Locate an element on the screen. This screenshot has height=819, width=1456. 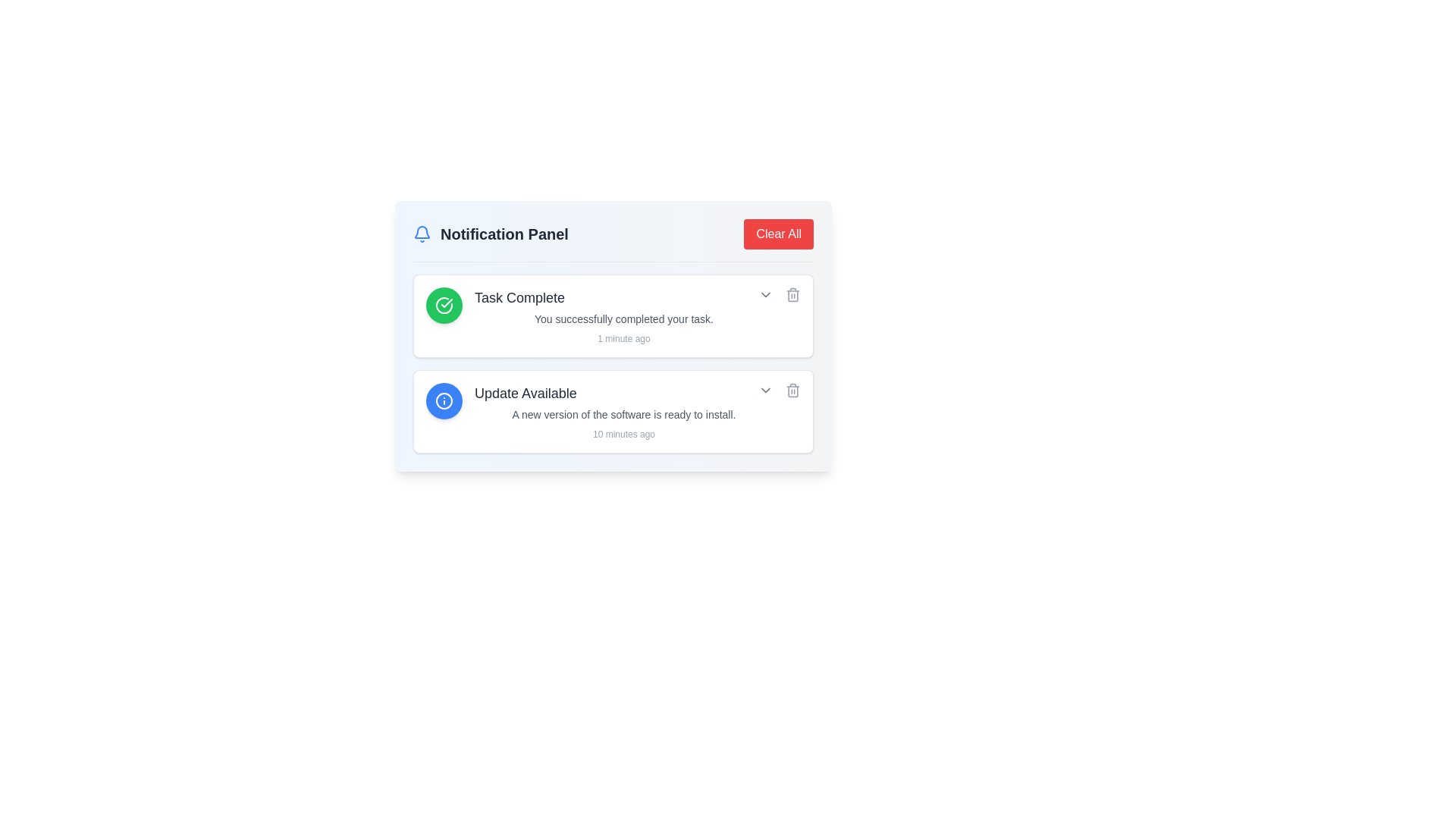
the informational text label beneath the 'Task Complete' title in the notification card located in the Notification Panel is located at coordinates (623, 318).